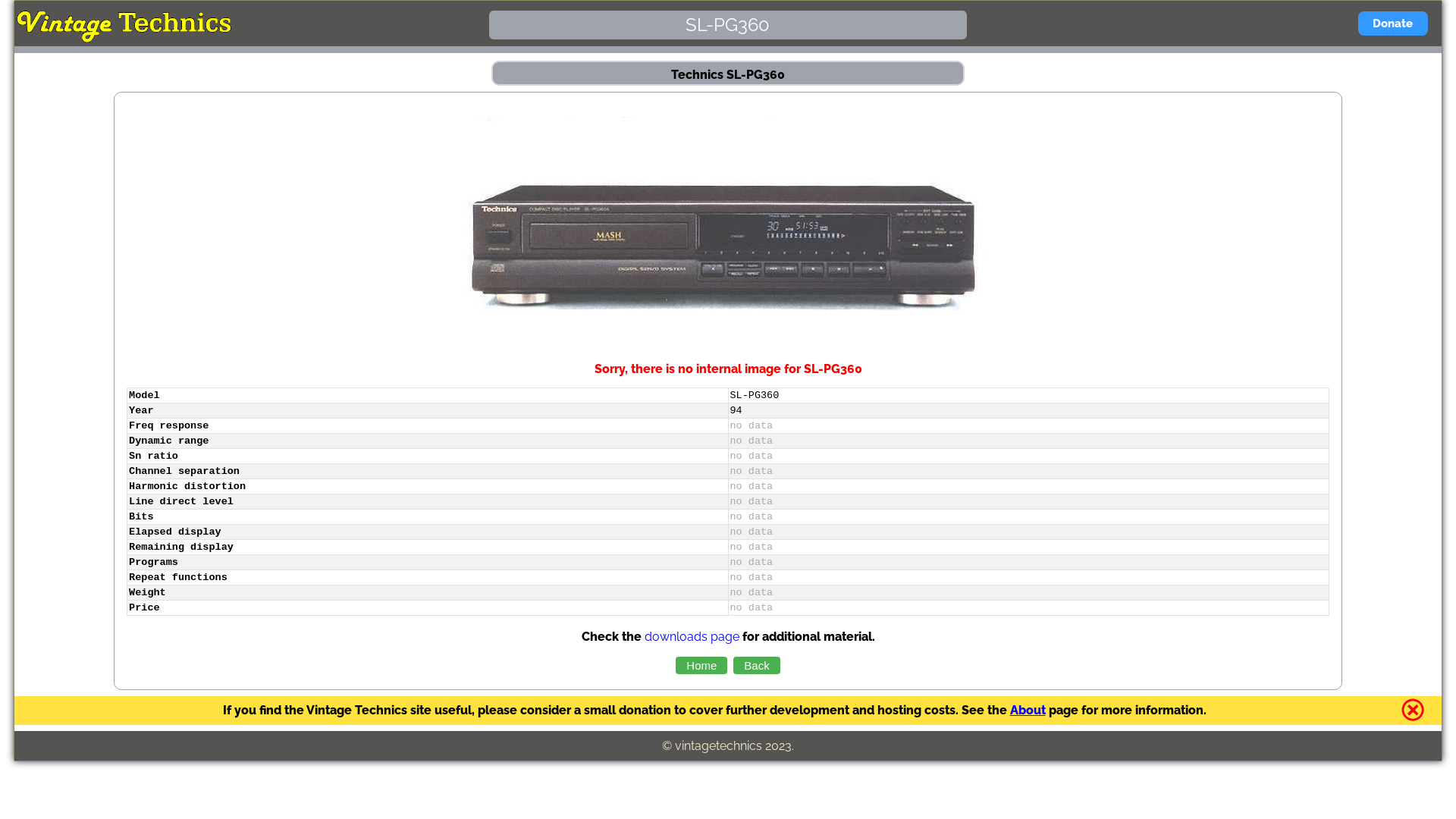  Describe the element at coordinates (1357, 23) in the screenshot. I see `'Donate'` at that location.